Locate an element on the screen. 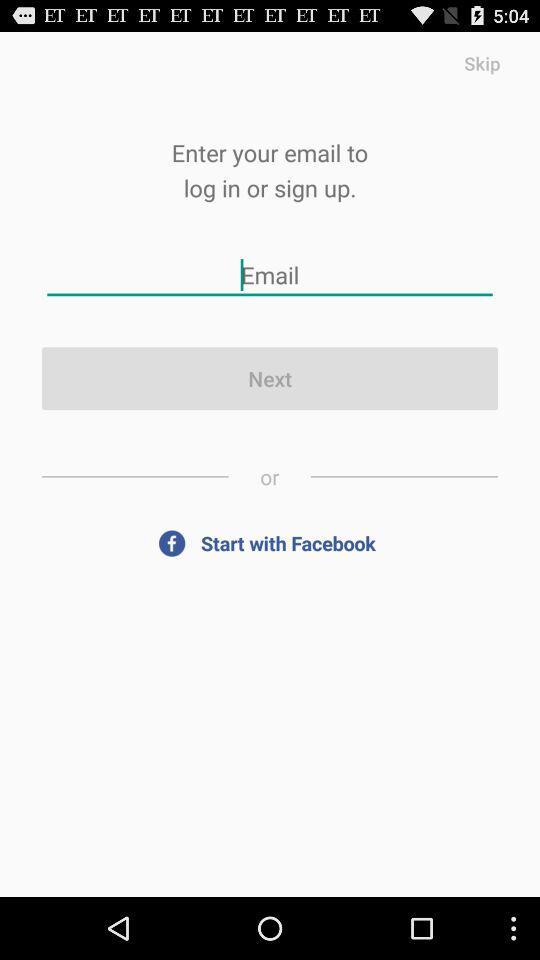 The width and height of the screenshot is (540, 960). item above enter your email item is located at coordinates (481, 62).